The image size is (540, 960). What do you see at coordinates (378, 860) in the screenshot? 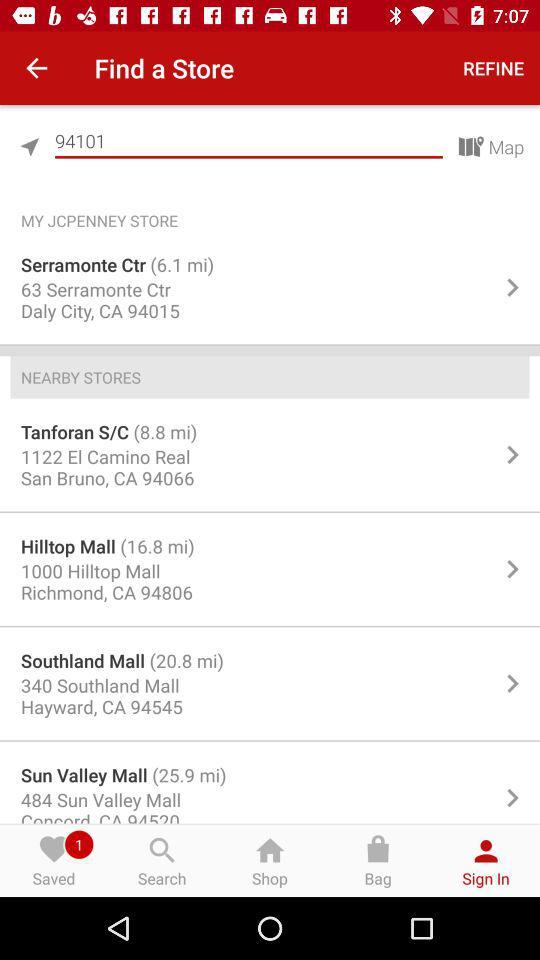
I see `bag` at bounding box center [378, 860].